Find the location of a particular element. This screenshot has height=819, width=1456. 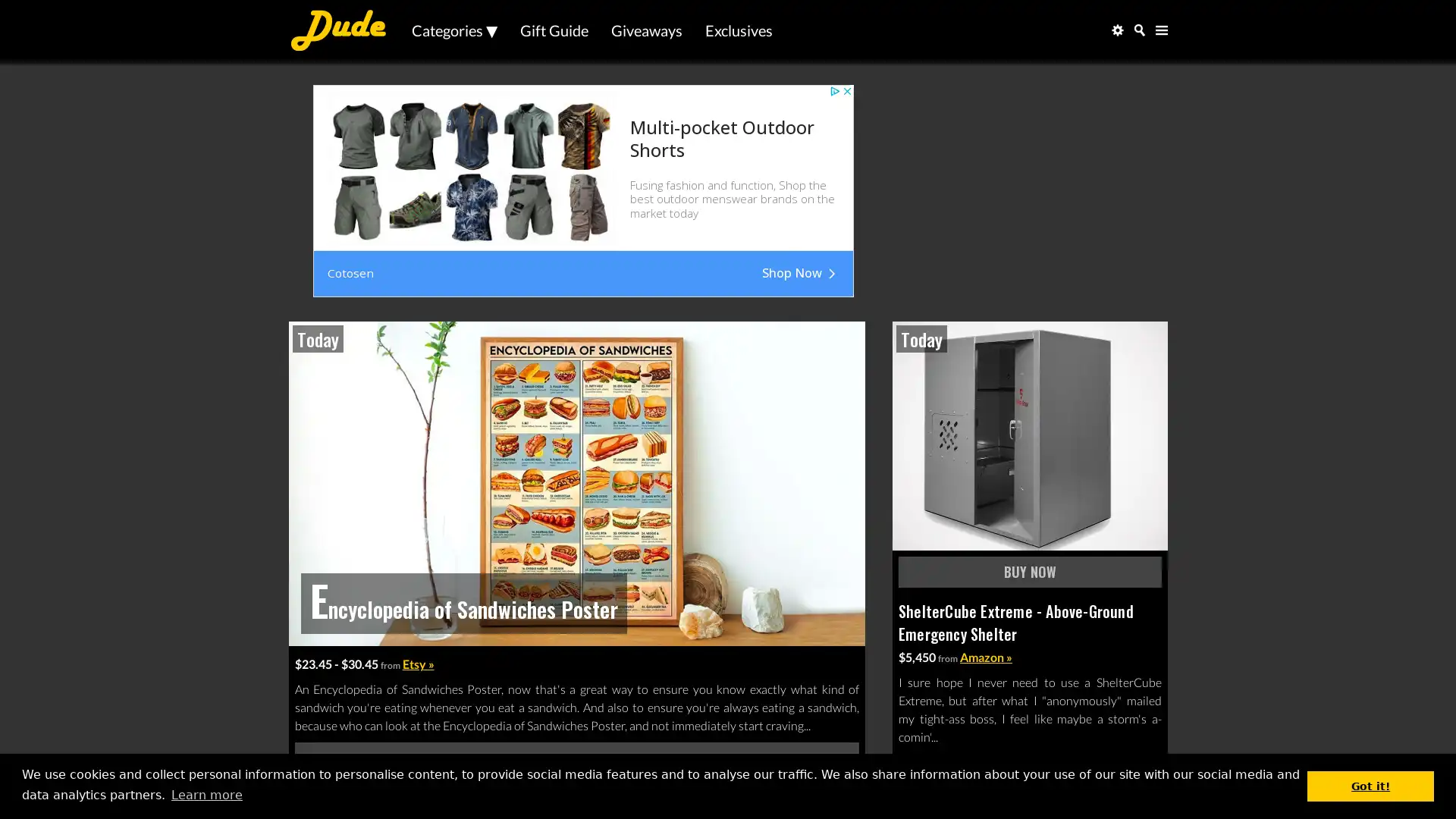

learn more about cookies is located at coordinates (206, 794).